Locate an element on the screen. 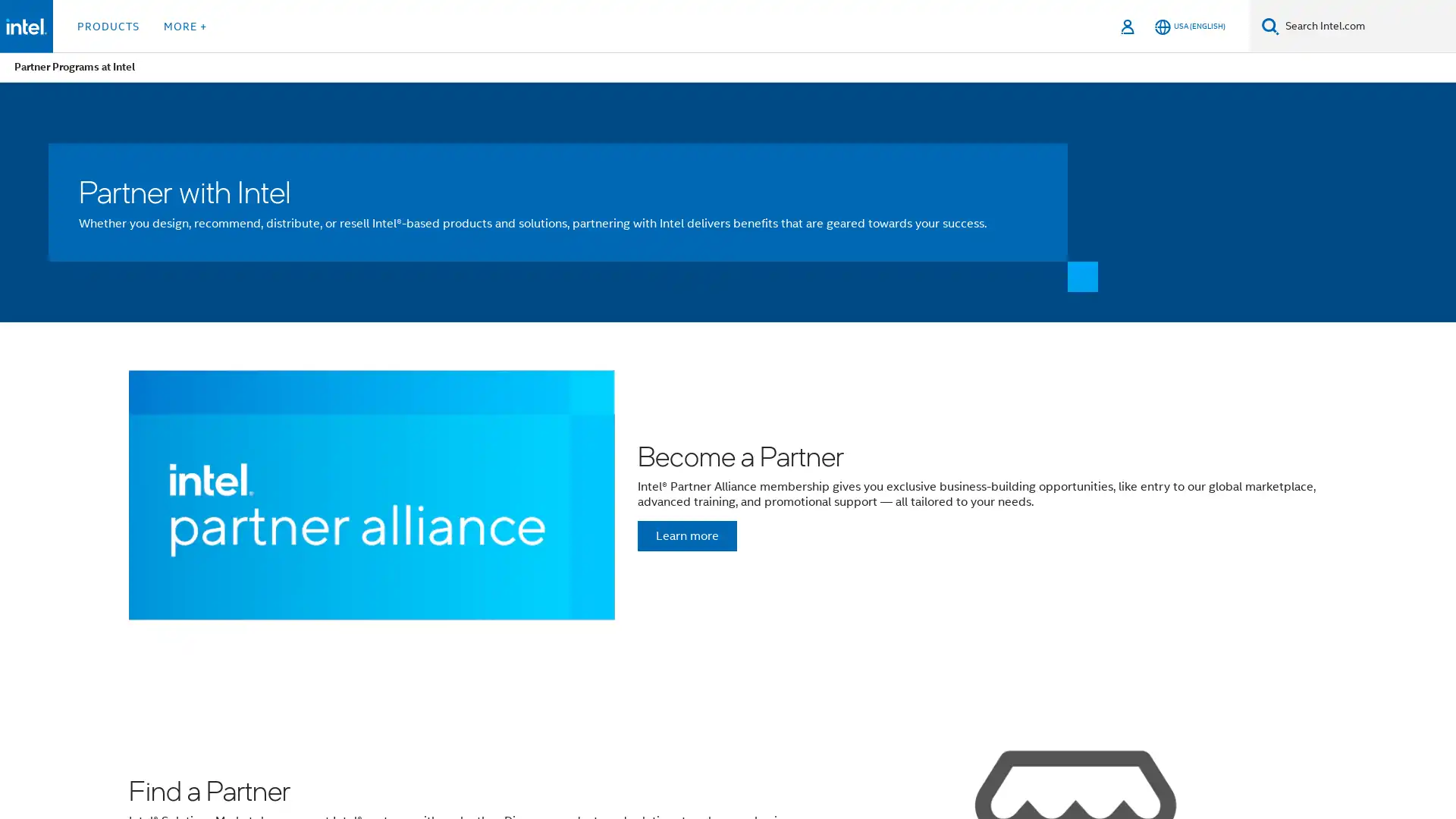 This screenshot has height=819, width=1456. Sign In is located at coordinates (1128, 26).